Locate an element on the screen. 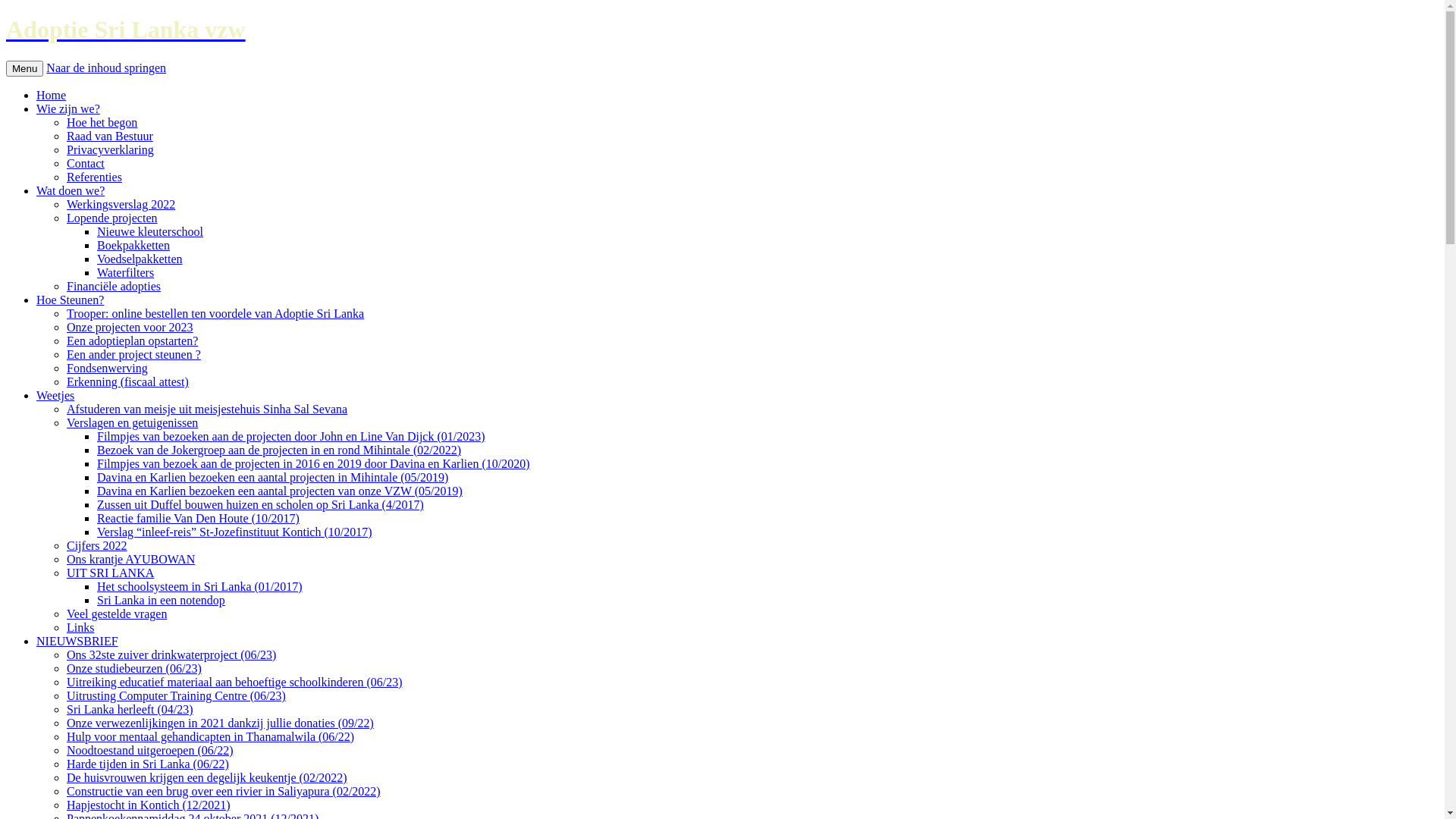 The width and height of the screenshot is (1456, 819). 'Contact' is located at coordinates (85, 163).